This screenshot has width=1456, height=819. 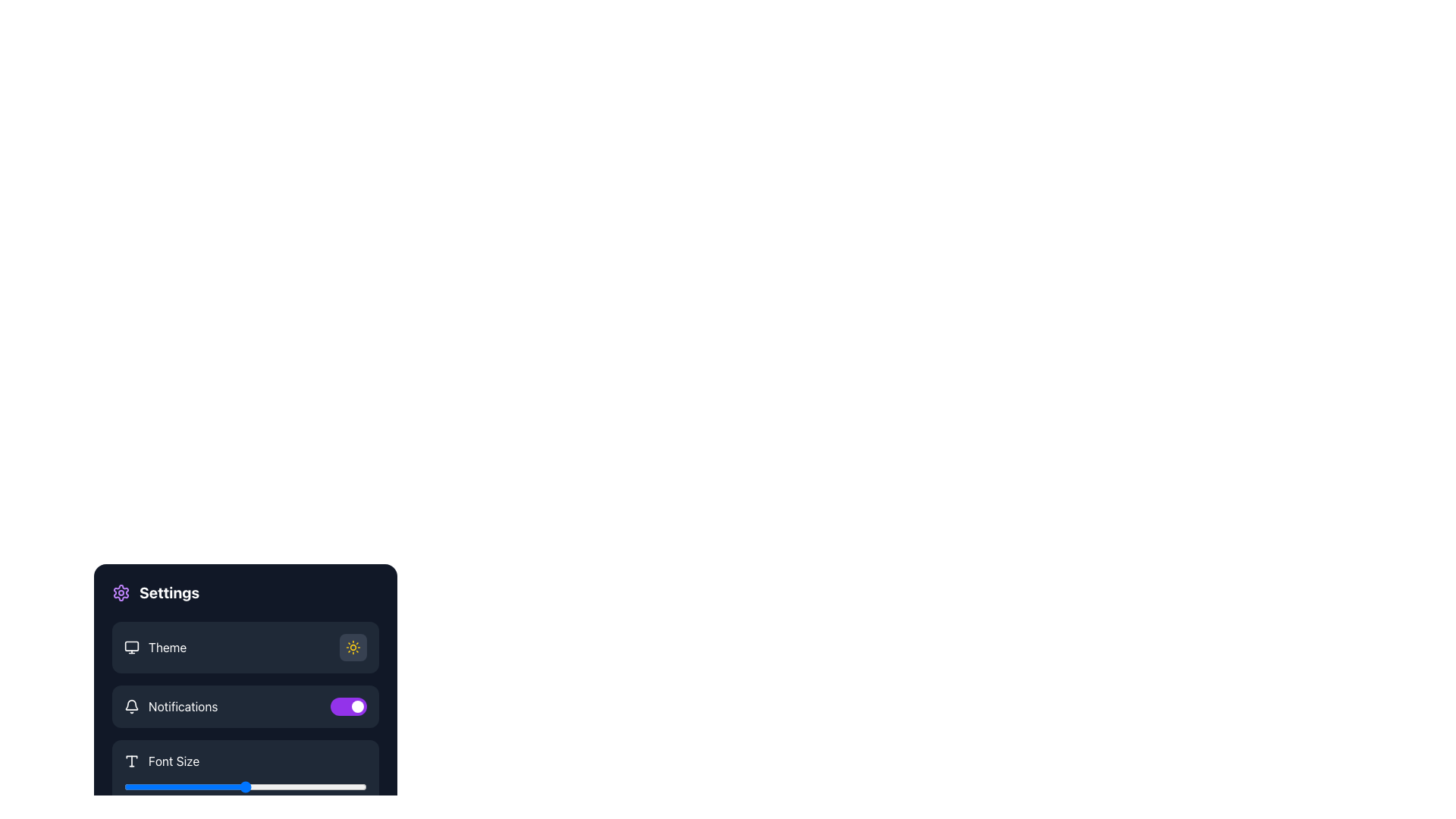 What do you see at coordinates (182, 707) in the screenshot?
I see `the label that provides context for the notifications toggle switch in the Settings view, located below the Theme option and to the right of the bell icon` at bounding box center [182, 707].